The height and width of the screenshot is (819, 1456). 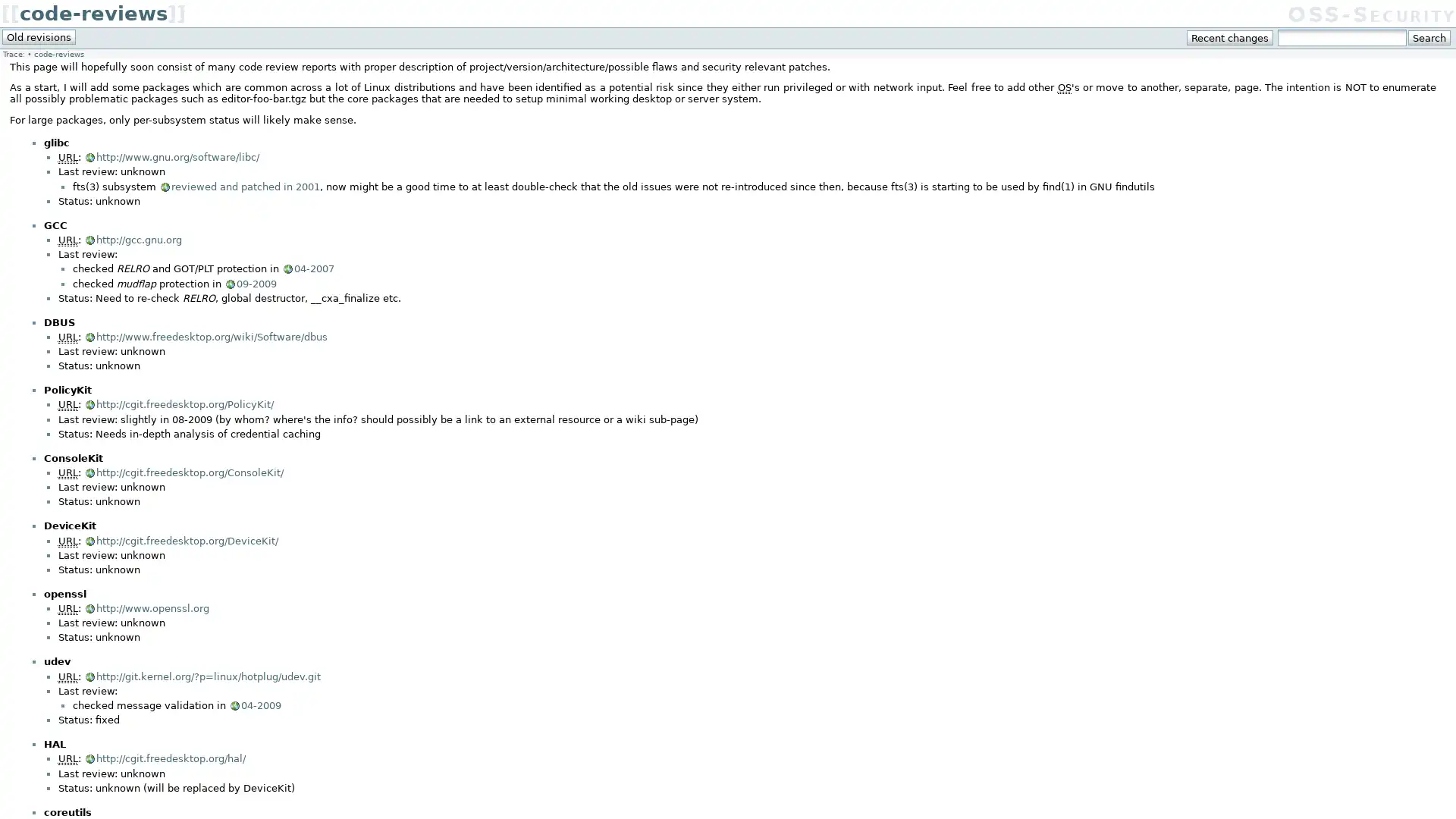 I want to click on Search, so click(x=1428, y=37).